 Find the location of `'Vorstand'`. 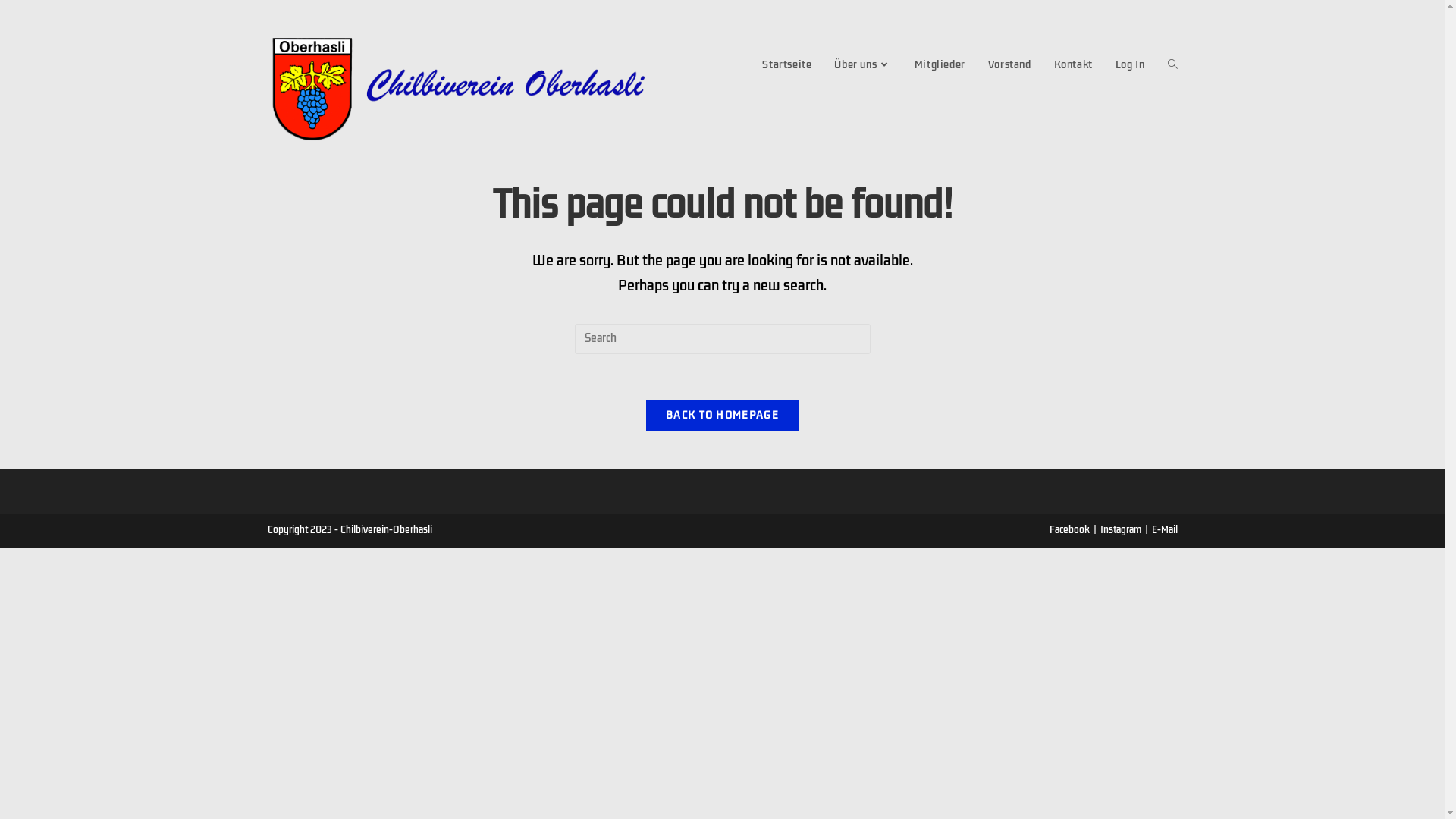

'Vorstand' is located at coordinates (976, 63).